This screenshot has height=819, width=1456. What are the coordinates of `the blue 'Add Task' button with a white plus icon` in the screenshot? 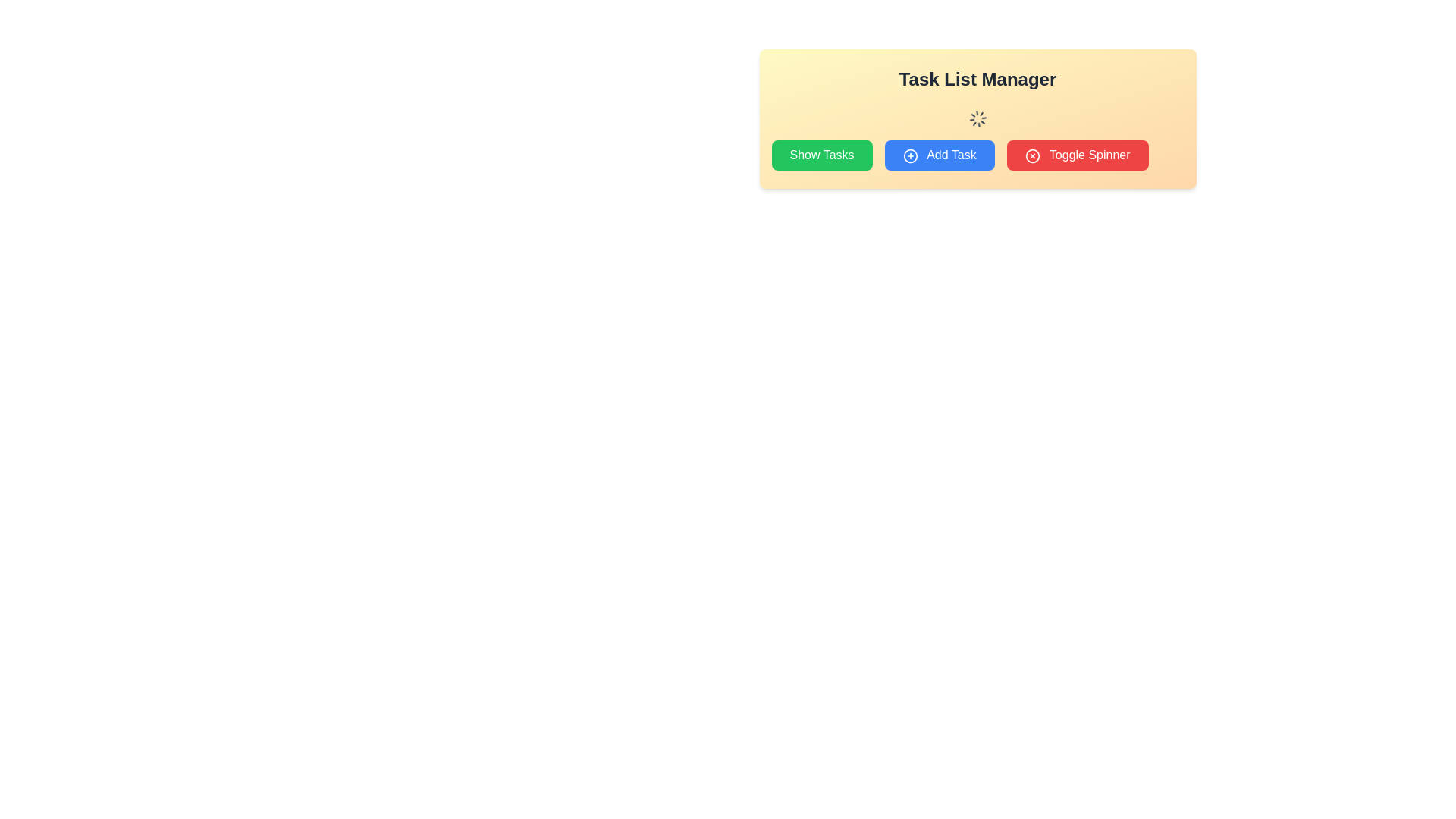 It's located at (939, 155).